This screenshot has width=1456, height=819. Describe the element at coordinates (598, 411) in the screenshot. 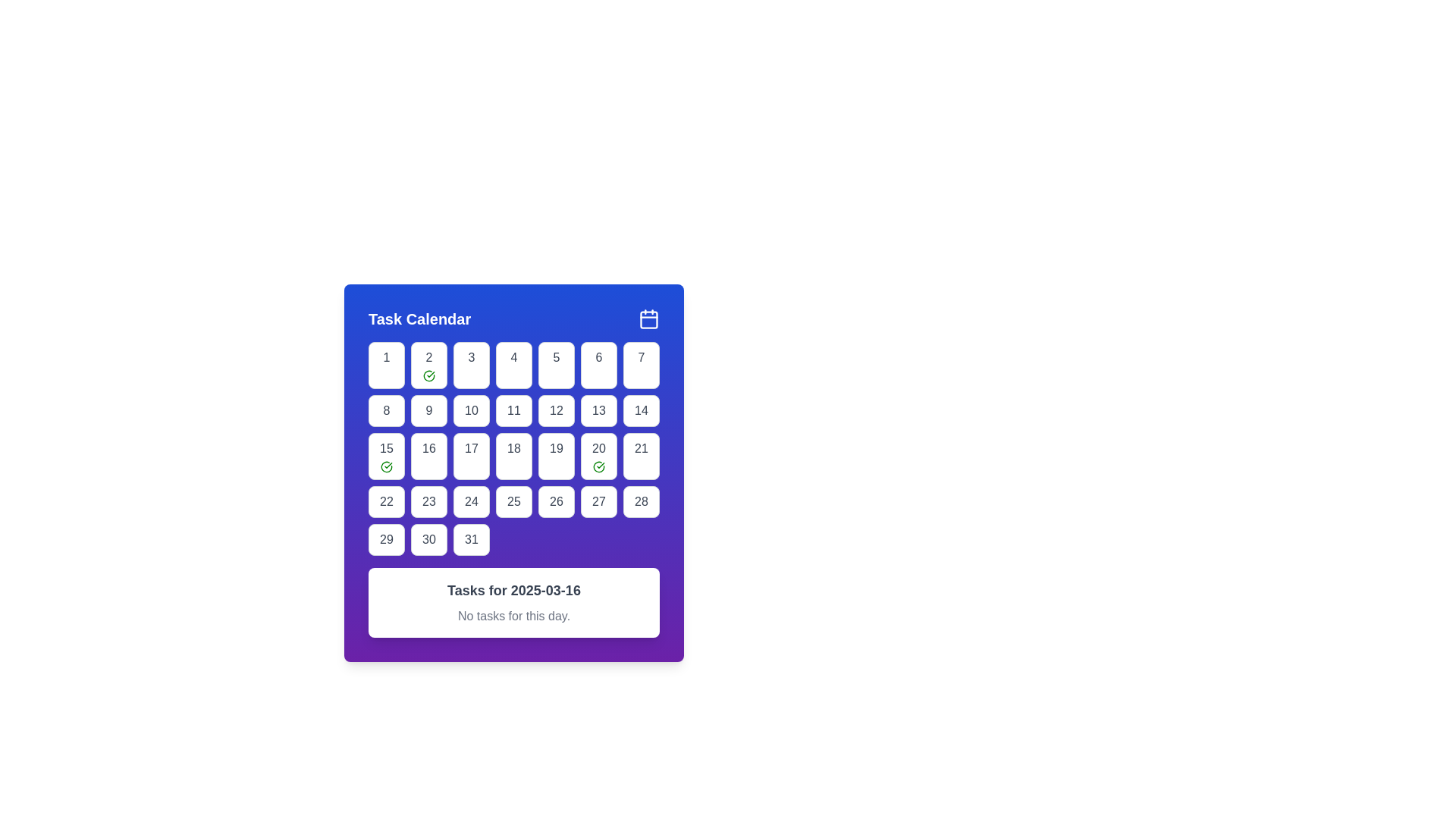

I see `the rounded rectangular button with a white background and gray border that displays the number '13'` at that location.